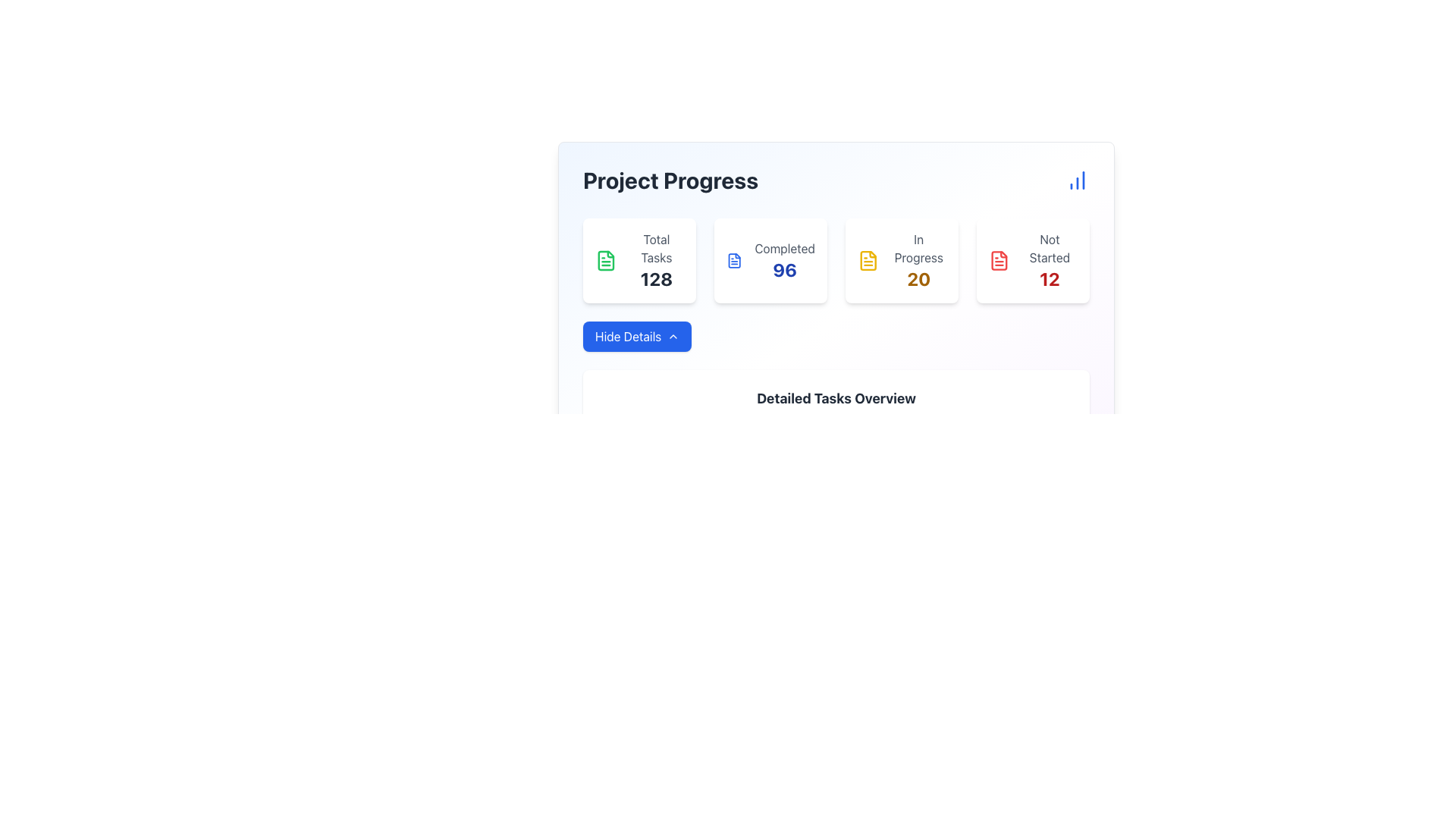 The image size is (1456, 819). I want to click on the prominently styled red number '12' in a bold font, which is visually enclosed in a box and located under the 'Not Started' label, so click(1049, 278).